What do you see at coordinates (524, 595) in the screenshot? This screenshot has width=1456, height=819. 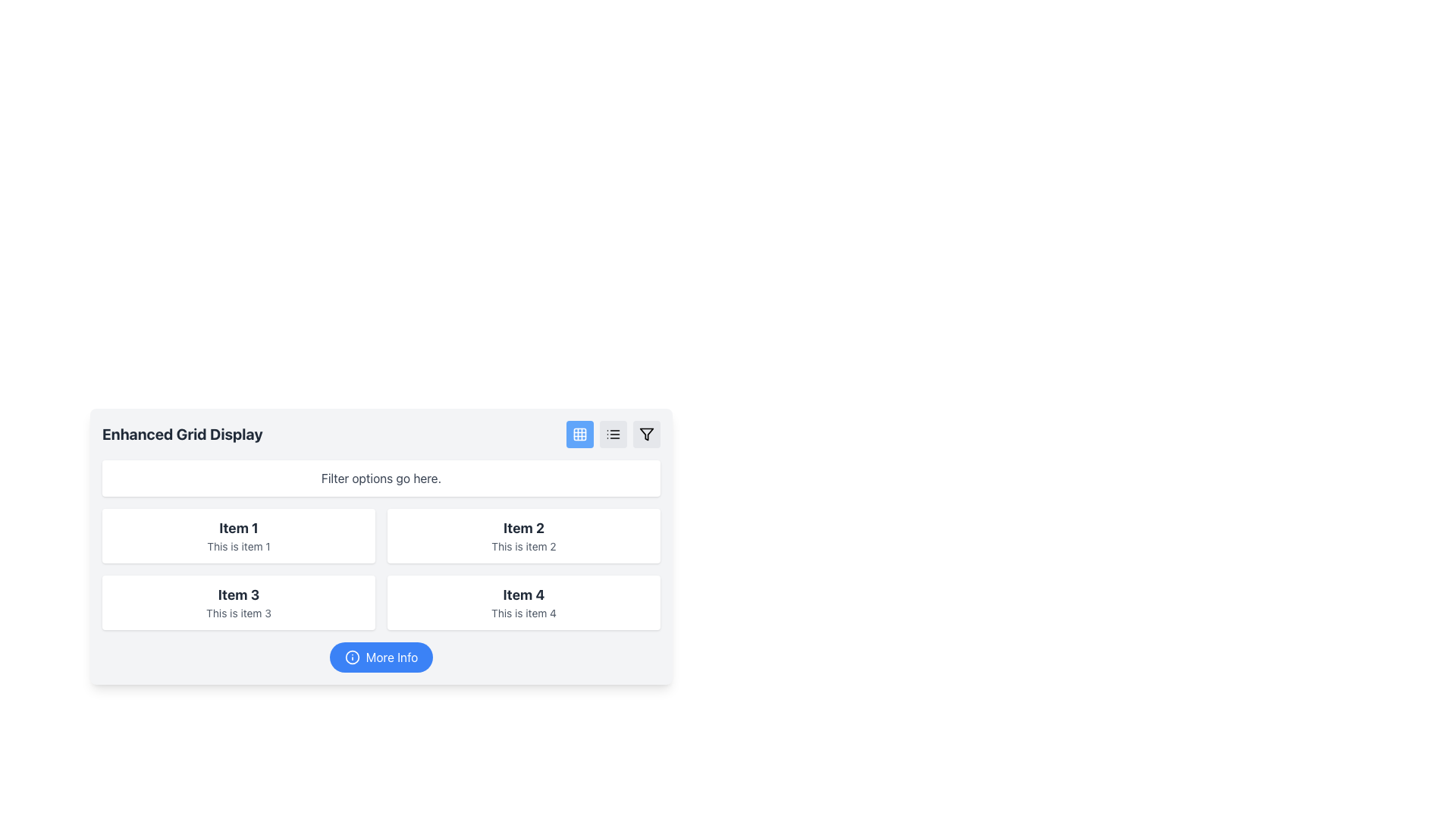 I see `the text label in the second row, fourth column of the grid layout, which likely represents a category or item name` at bounding box center [524, 595].